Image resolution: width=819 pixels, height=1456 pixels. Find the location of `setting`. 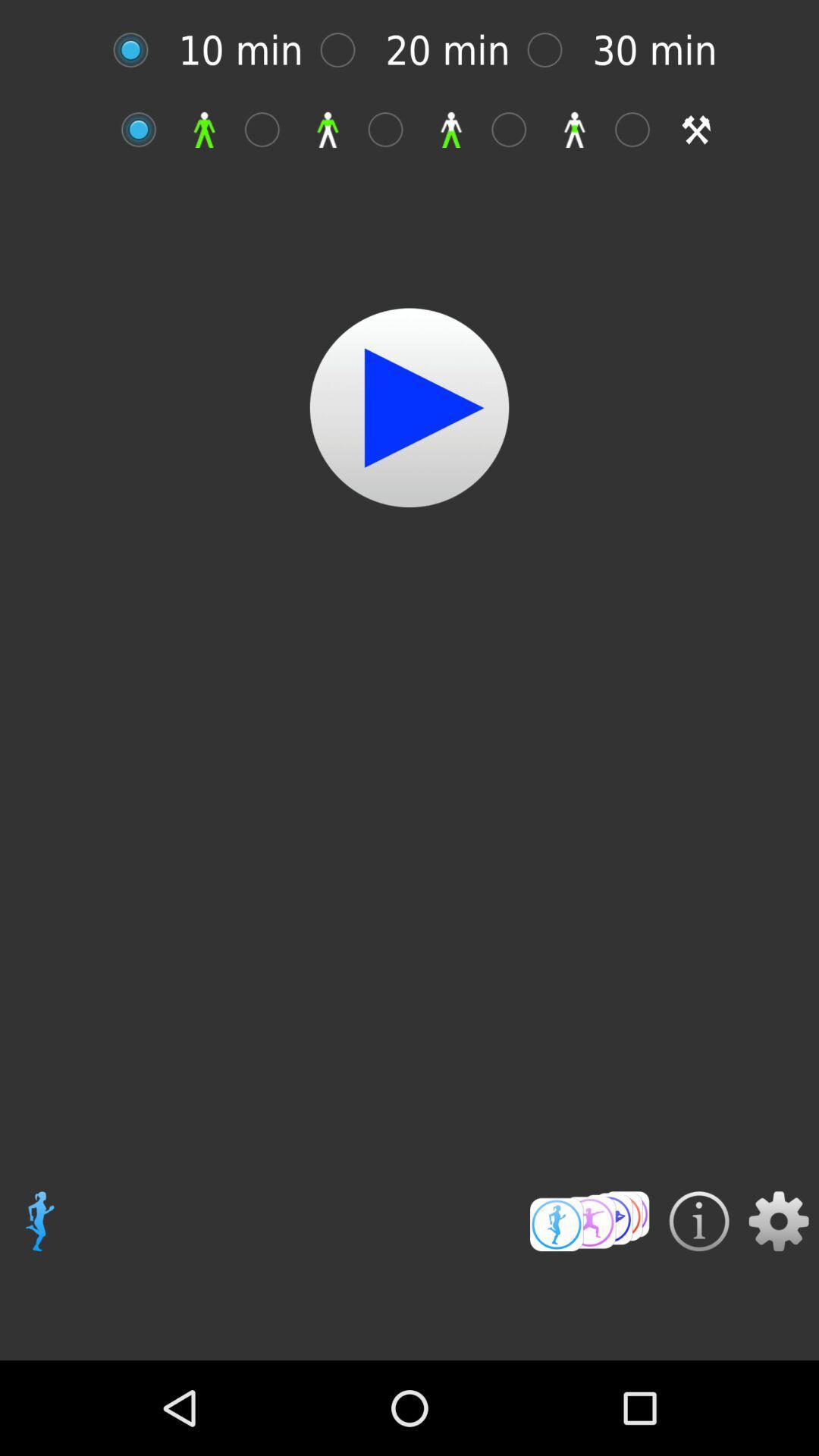

setting is located at coordinates (640, 130).